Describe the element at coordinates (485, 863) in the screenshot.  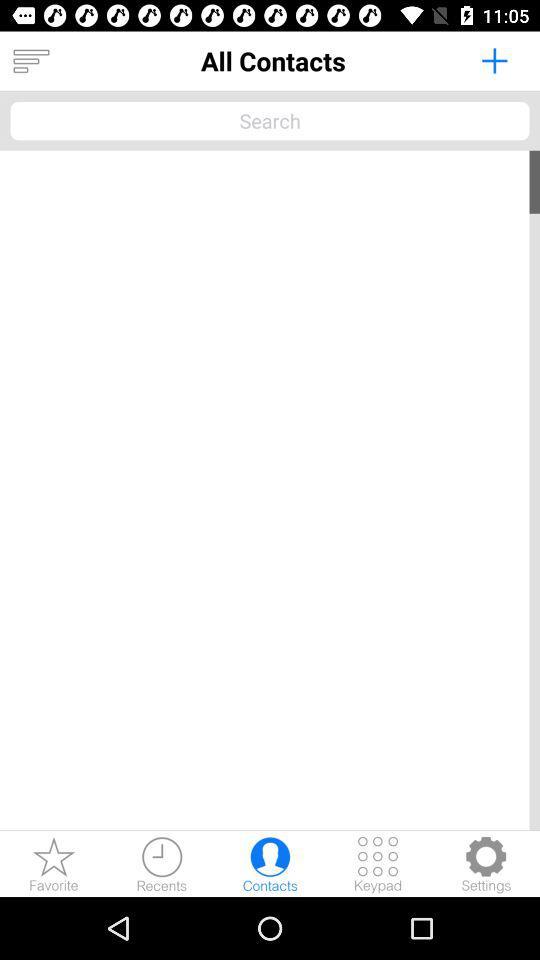
I see `settings` at that location.